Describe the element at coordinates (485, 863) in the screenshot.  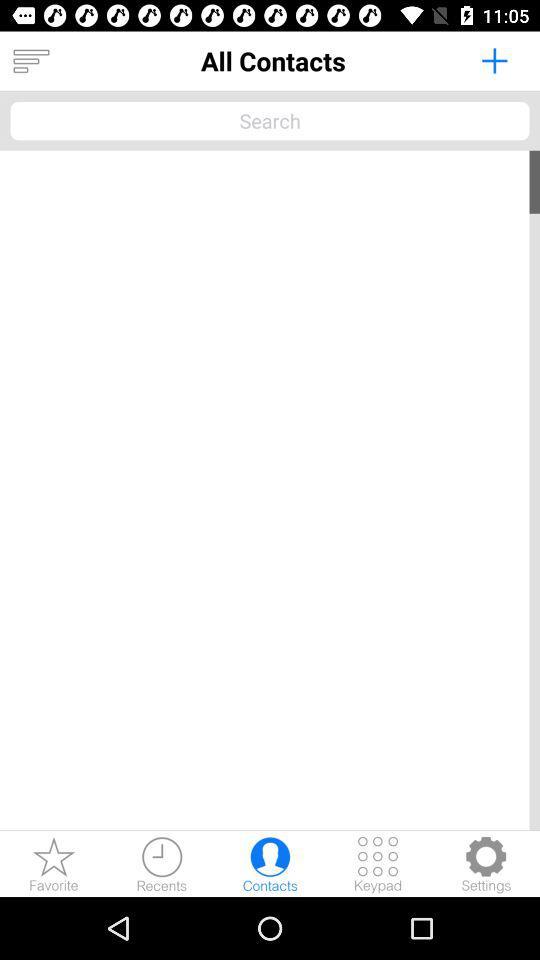
I see `settings` at that location.